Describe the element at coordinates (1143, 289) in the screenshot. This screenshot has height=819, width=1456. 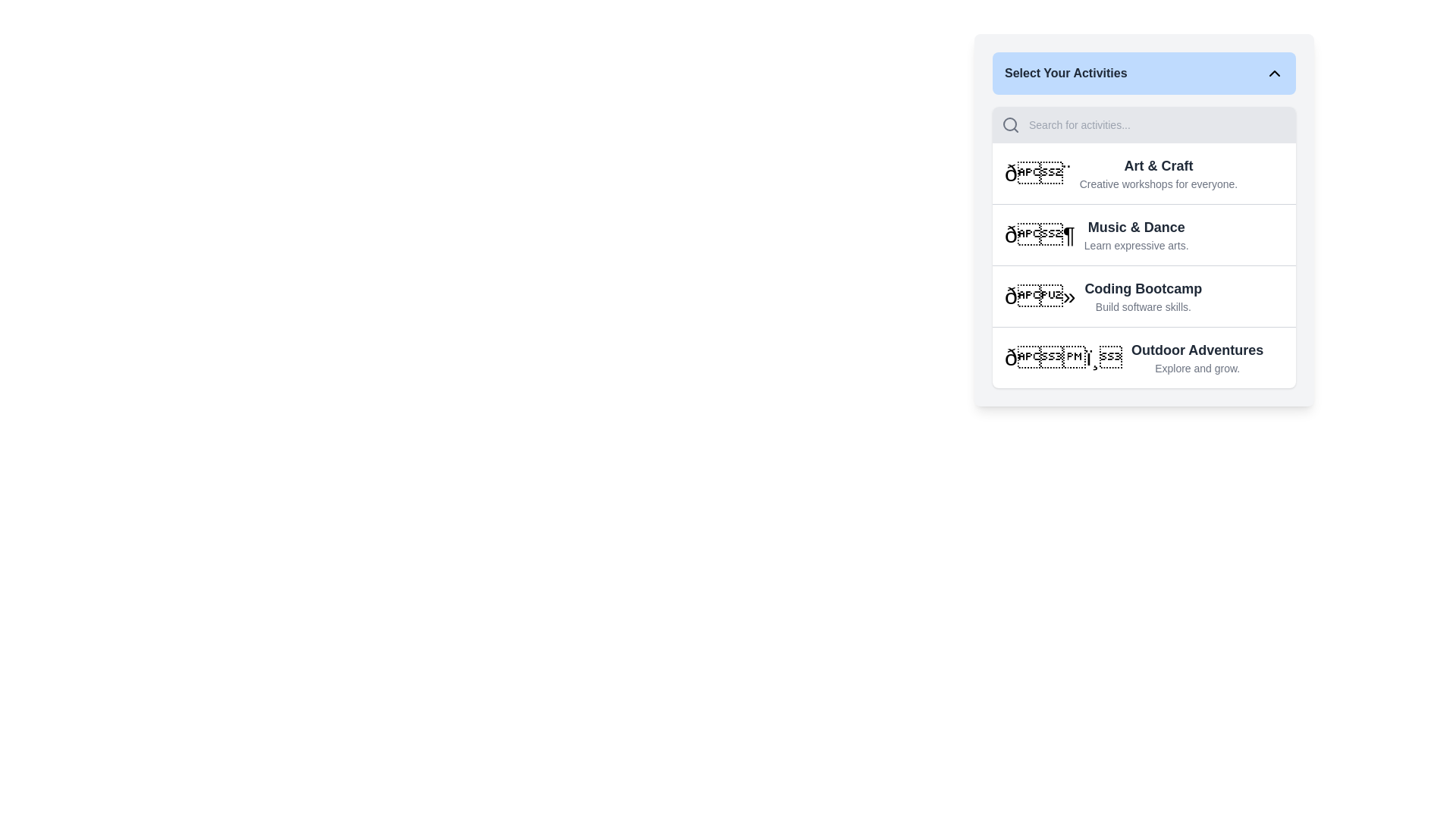
I see `the Text Label for the activity 'Coding Bootcamp', which is the third item in the list of activities under the card labeled 'Select Your Activities'` at that location.